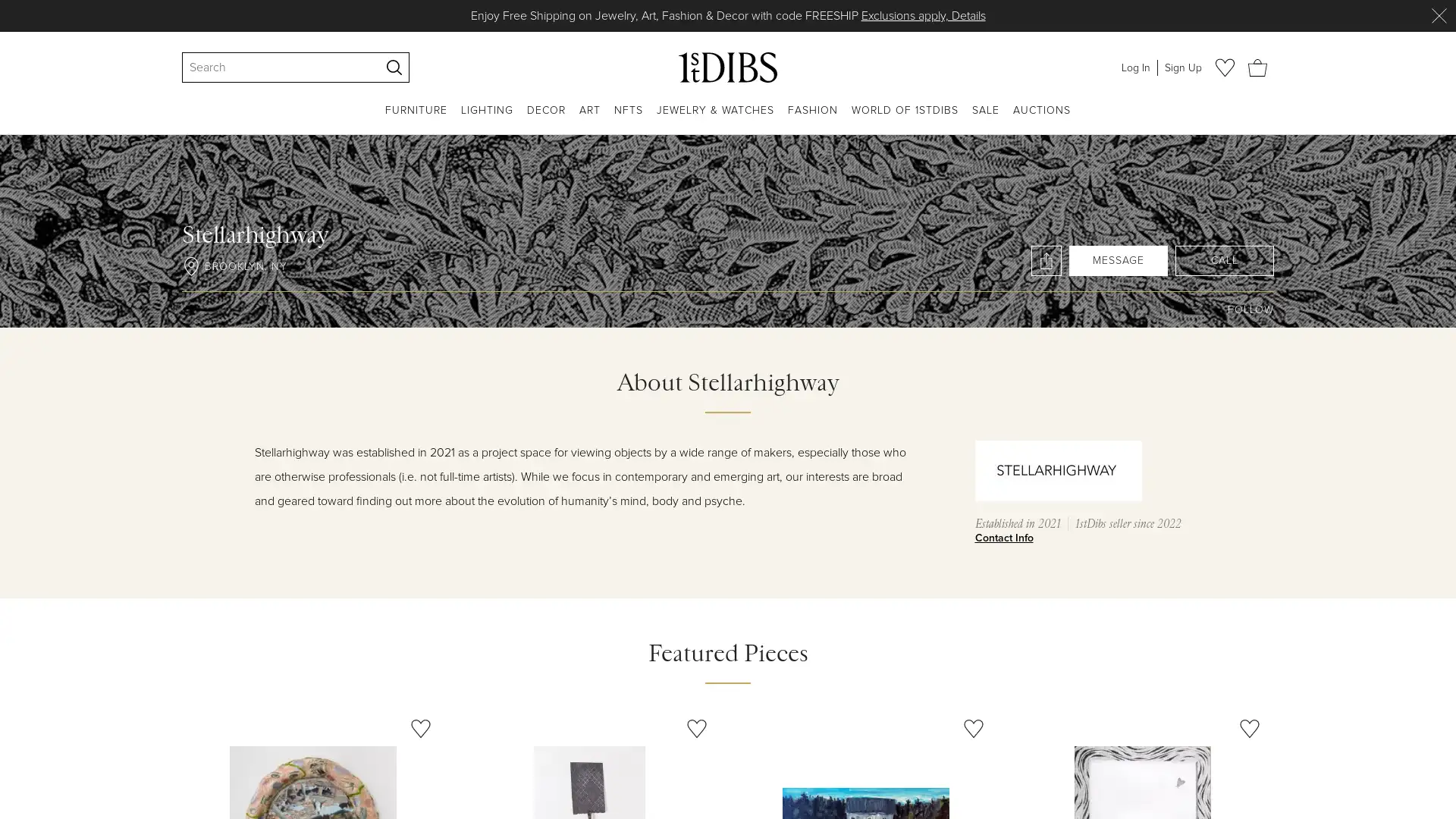  I want to click on Clear search terms, so click(369, 66).